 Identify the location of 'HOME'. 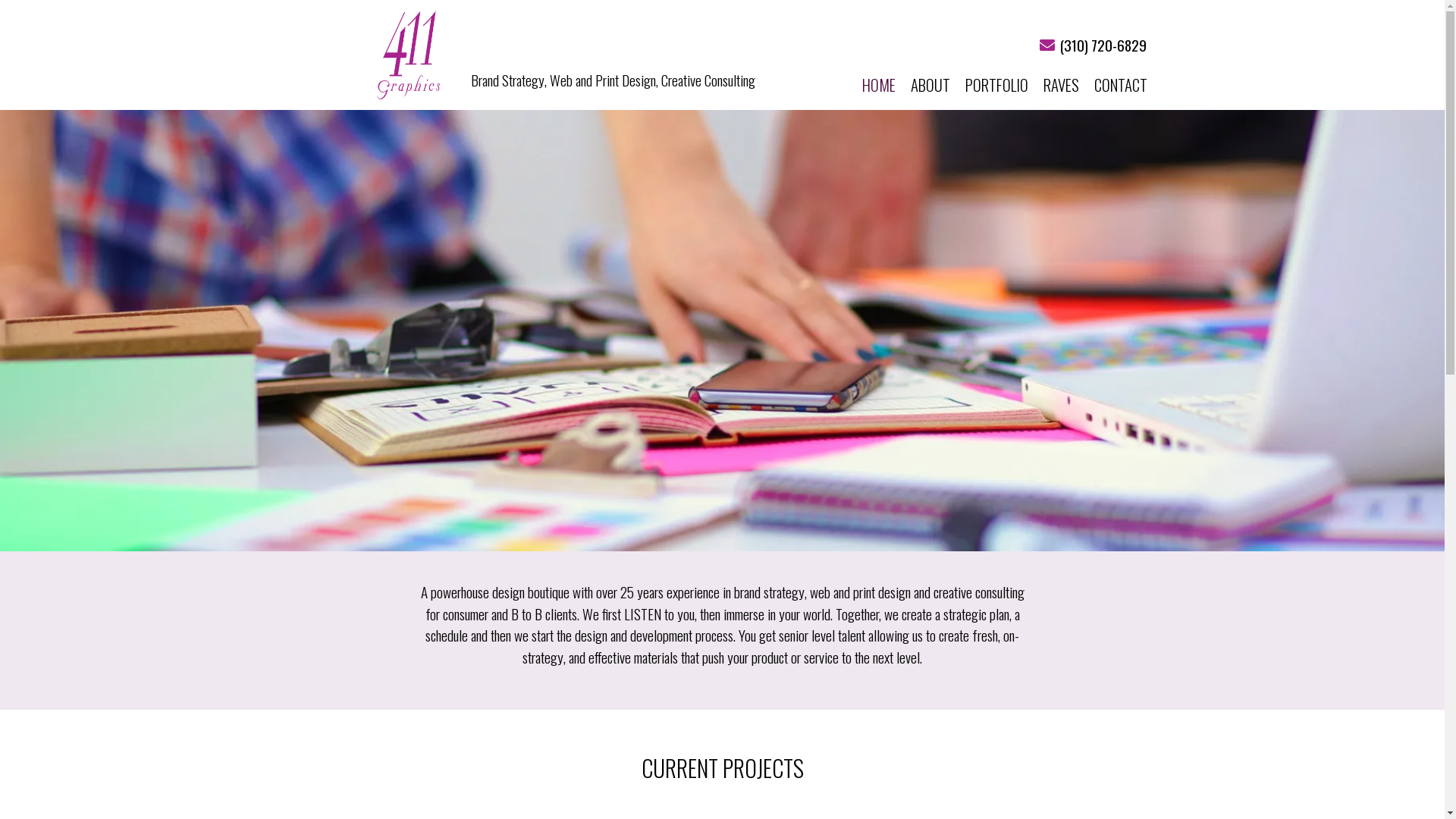
(877, 84).